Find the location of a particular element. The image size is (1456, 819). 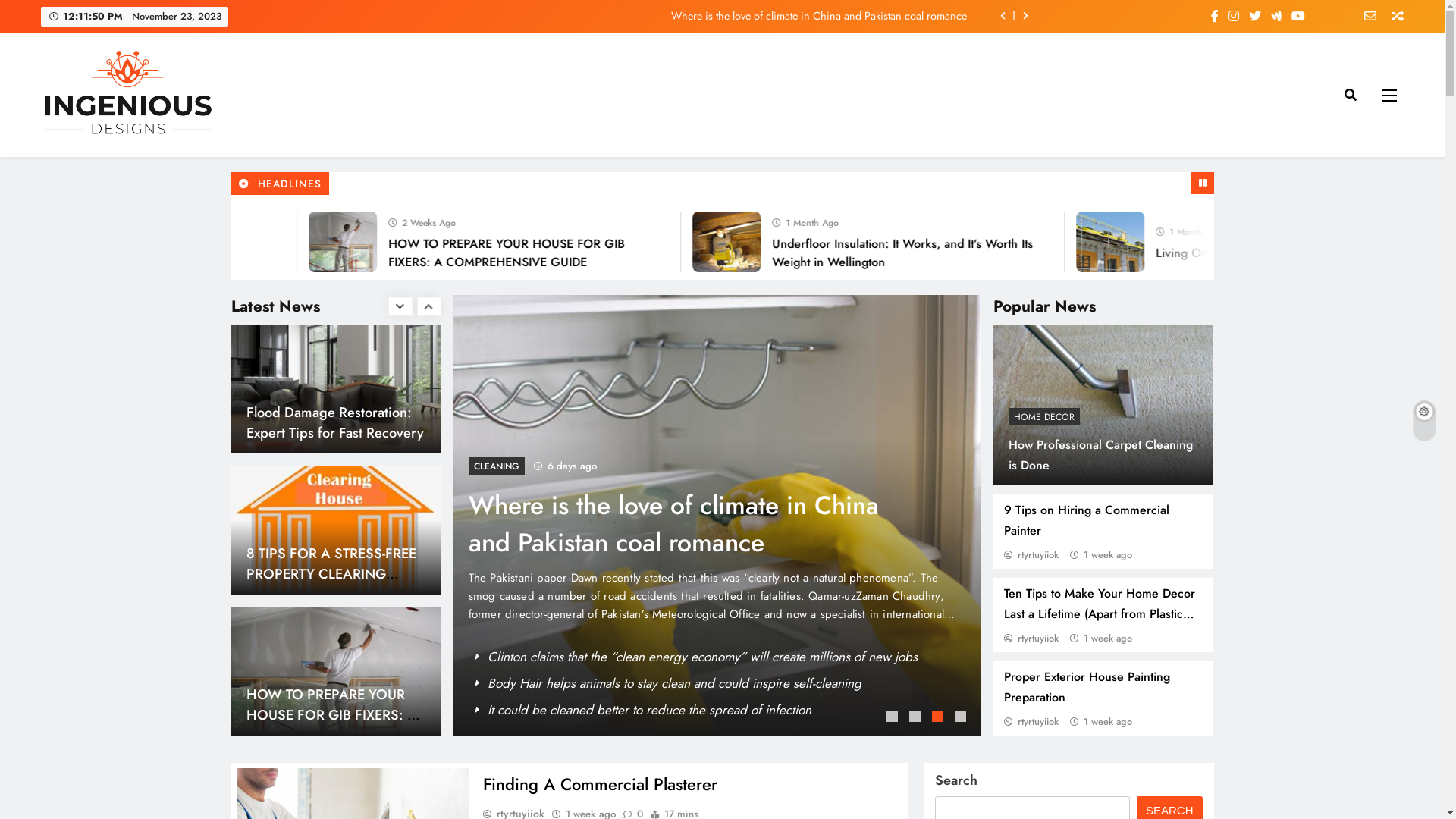

'3' is located at coordinates (938, 717).